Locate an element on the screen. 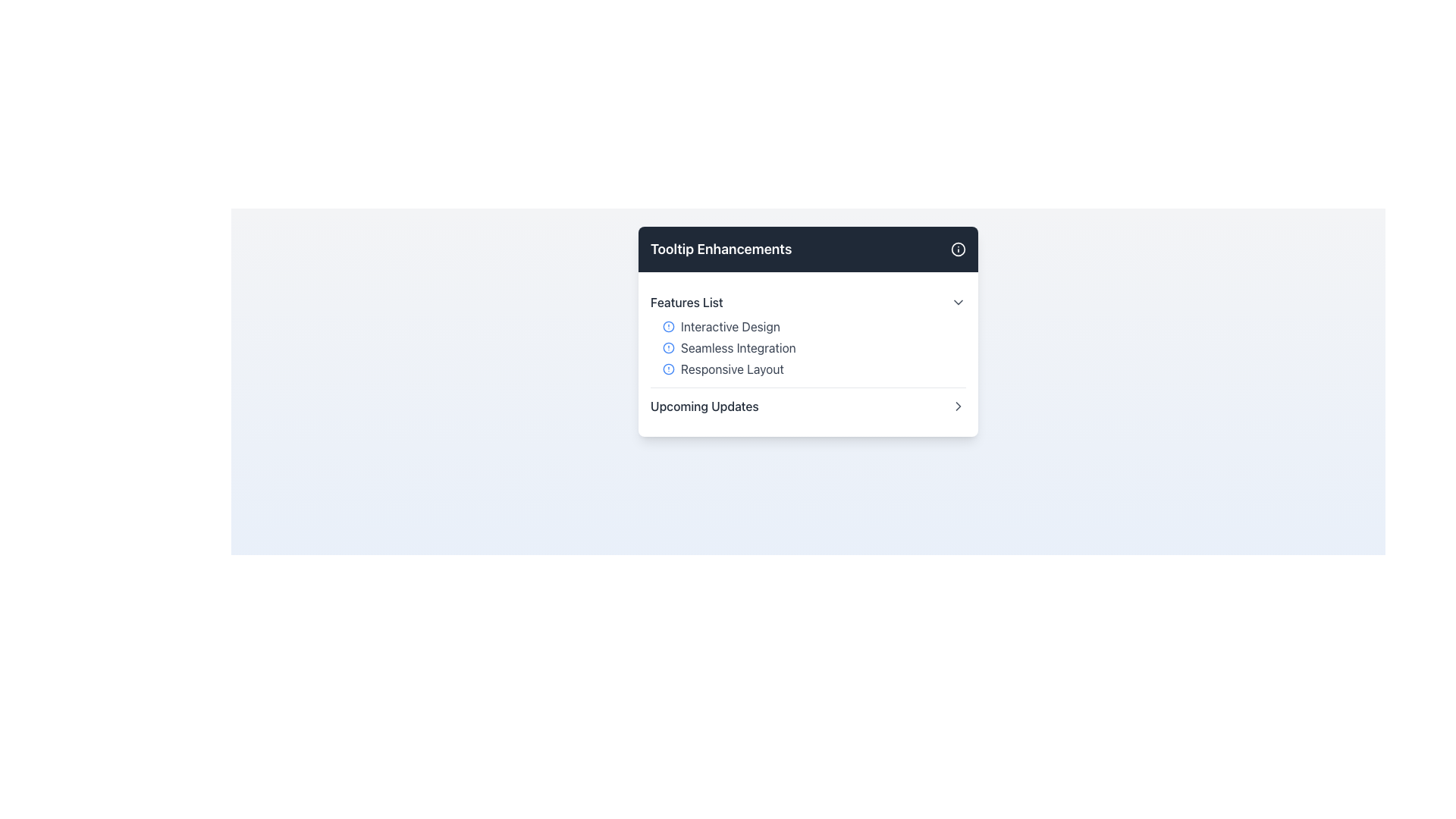  circular outline element rendered in light blue, located to the left of 'Seamless Integration' in the Features List section is located at coordinates (668, 348).